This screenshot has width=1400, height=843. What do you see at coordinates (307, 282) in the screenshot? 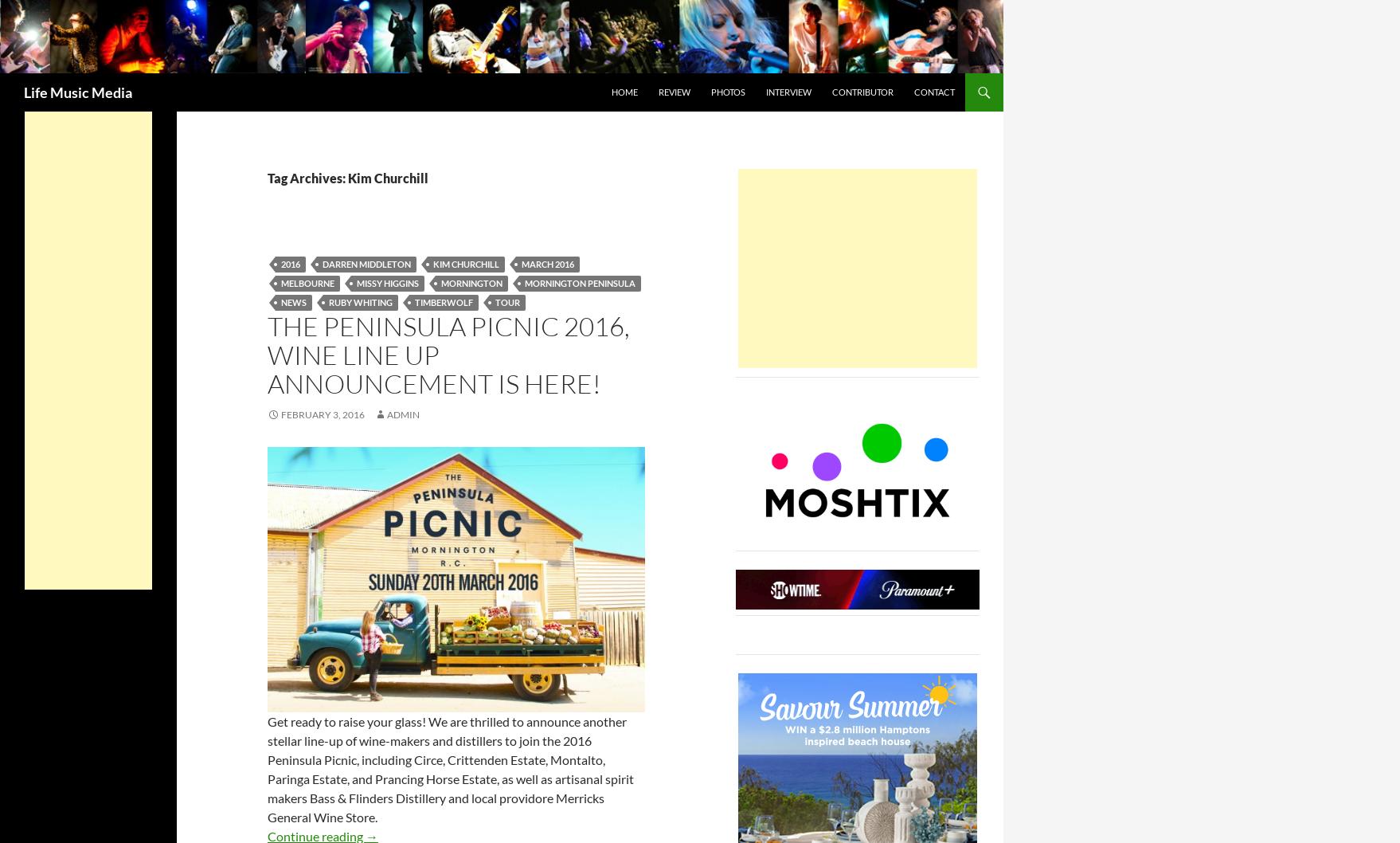
I see `'Melbourne'` at bounding box center [307, 282].